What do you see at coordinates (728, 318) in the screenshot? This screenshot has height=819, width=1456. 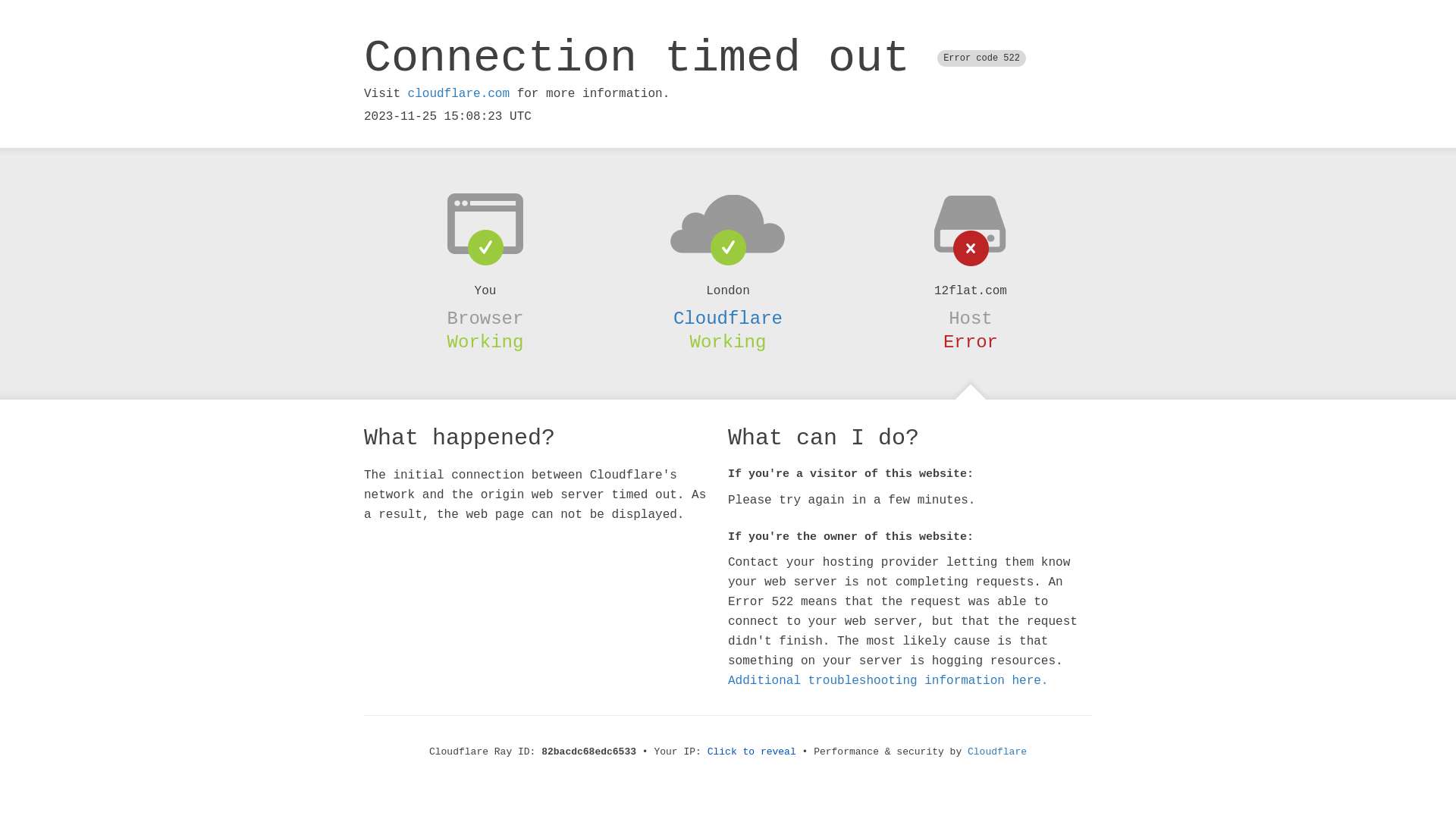 I see `'Cloudflare'` at bounding box center [728, 318].